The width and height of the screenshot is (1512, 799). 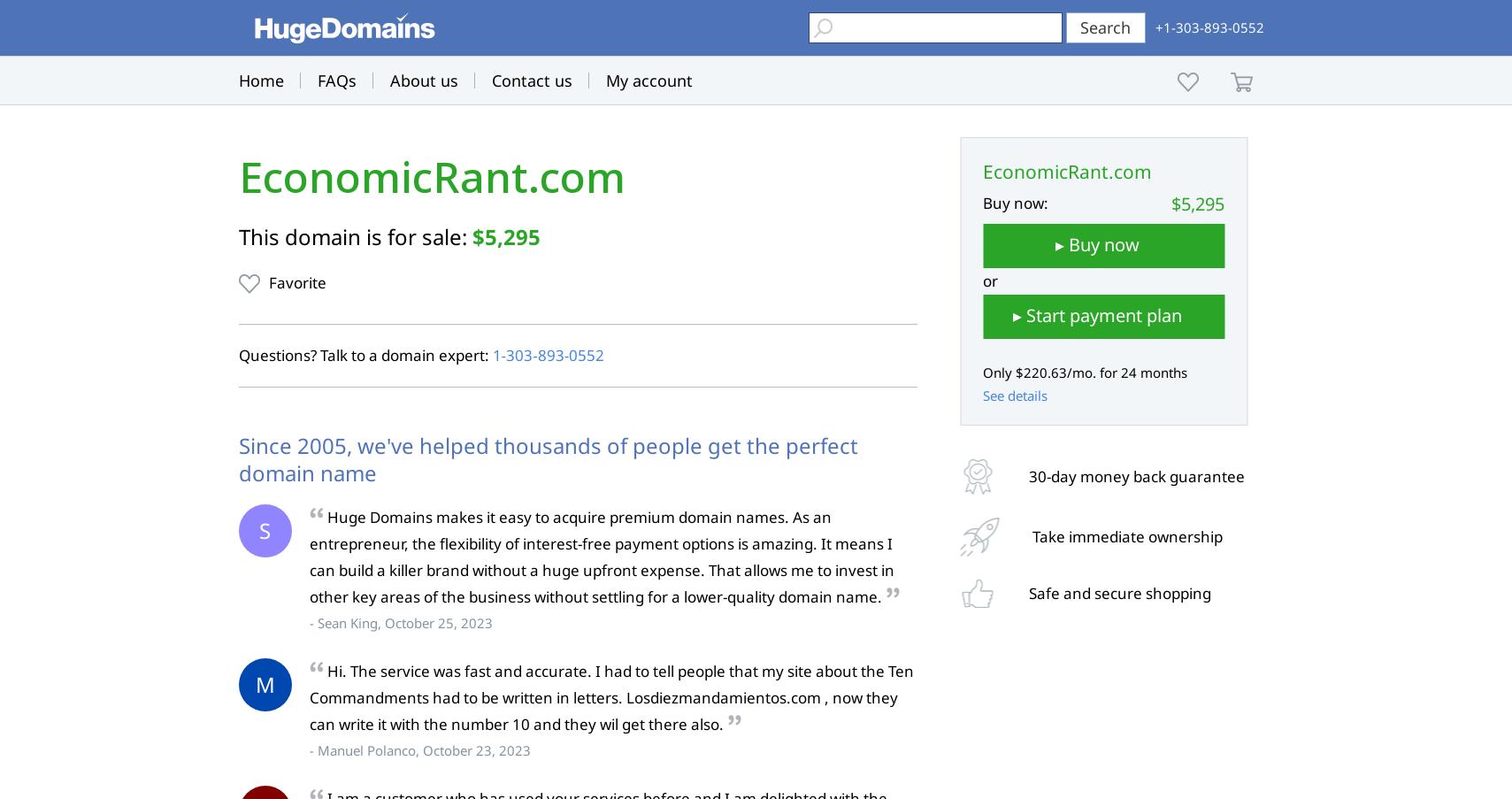 I want to click on 'M', so click(x=264, y=684).